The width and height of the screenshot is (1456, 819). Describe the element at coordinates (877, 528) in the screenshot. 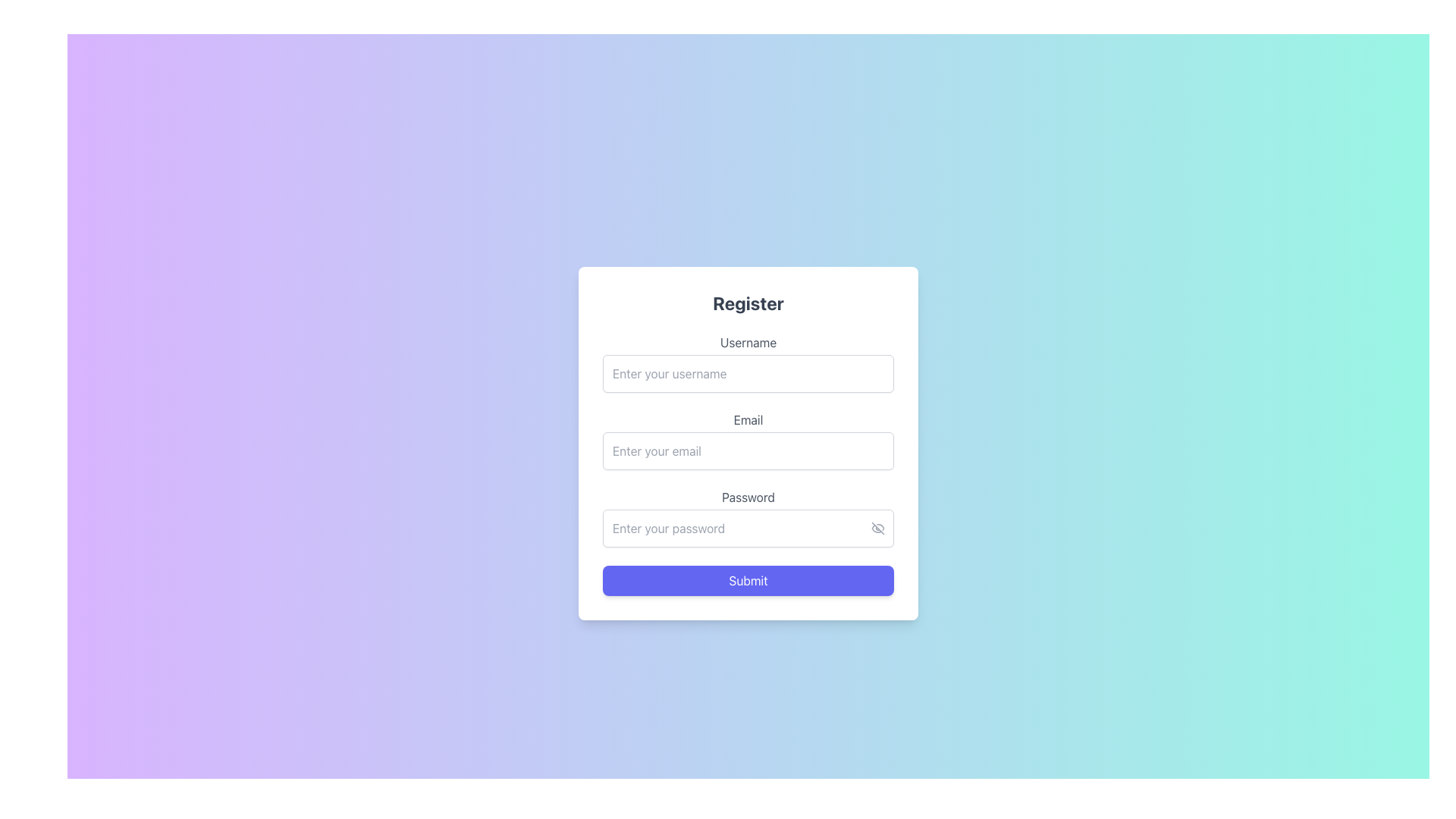

I see `the small eye icon with a strikethrough line, located at the far right of the password input field` at that location.